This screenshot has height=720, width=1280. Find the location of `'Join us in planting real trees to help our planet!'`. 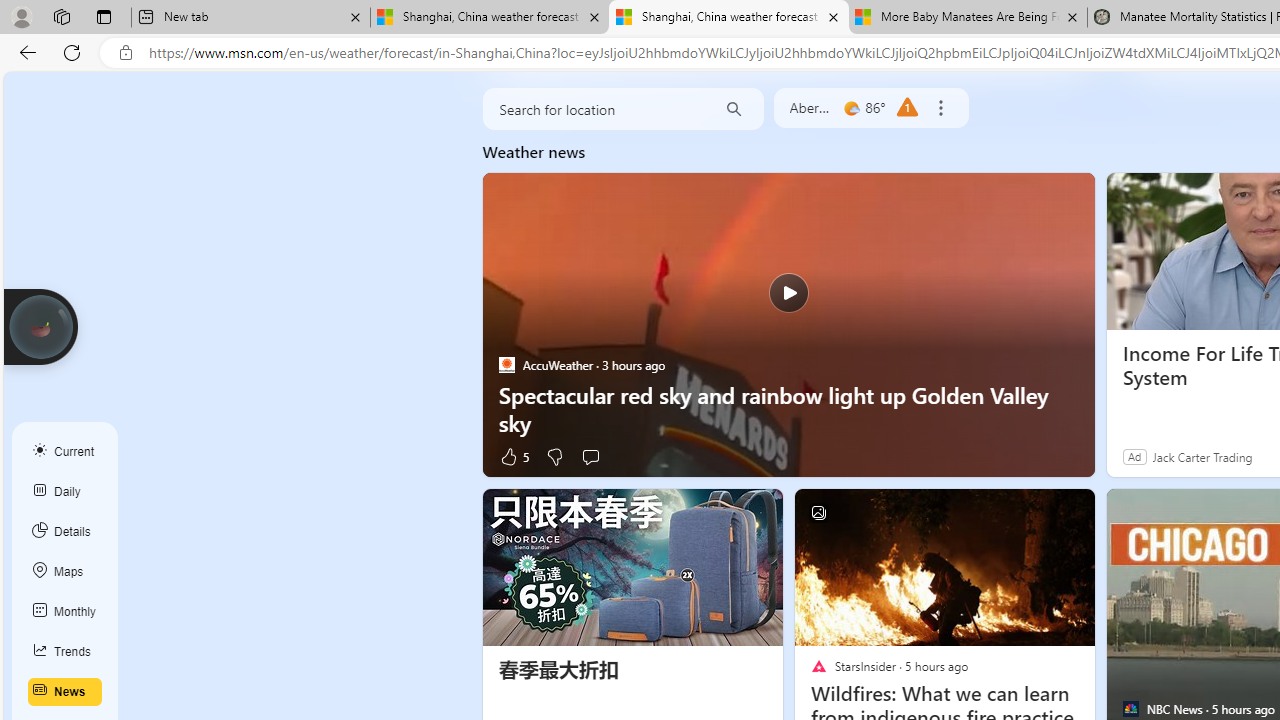

'Join us in planting real trees to help our planet!' is located at coordinates (40, 326).